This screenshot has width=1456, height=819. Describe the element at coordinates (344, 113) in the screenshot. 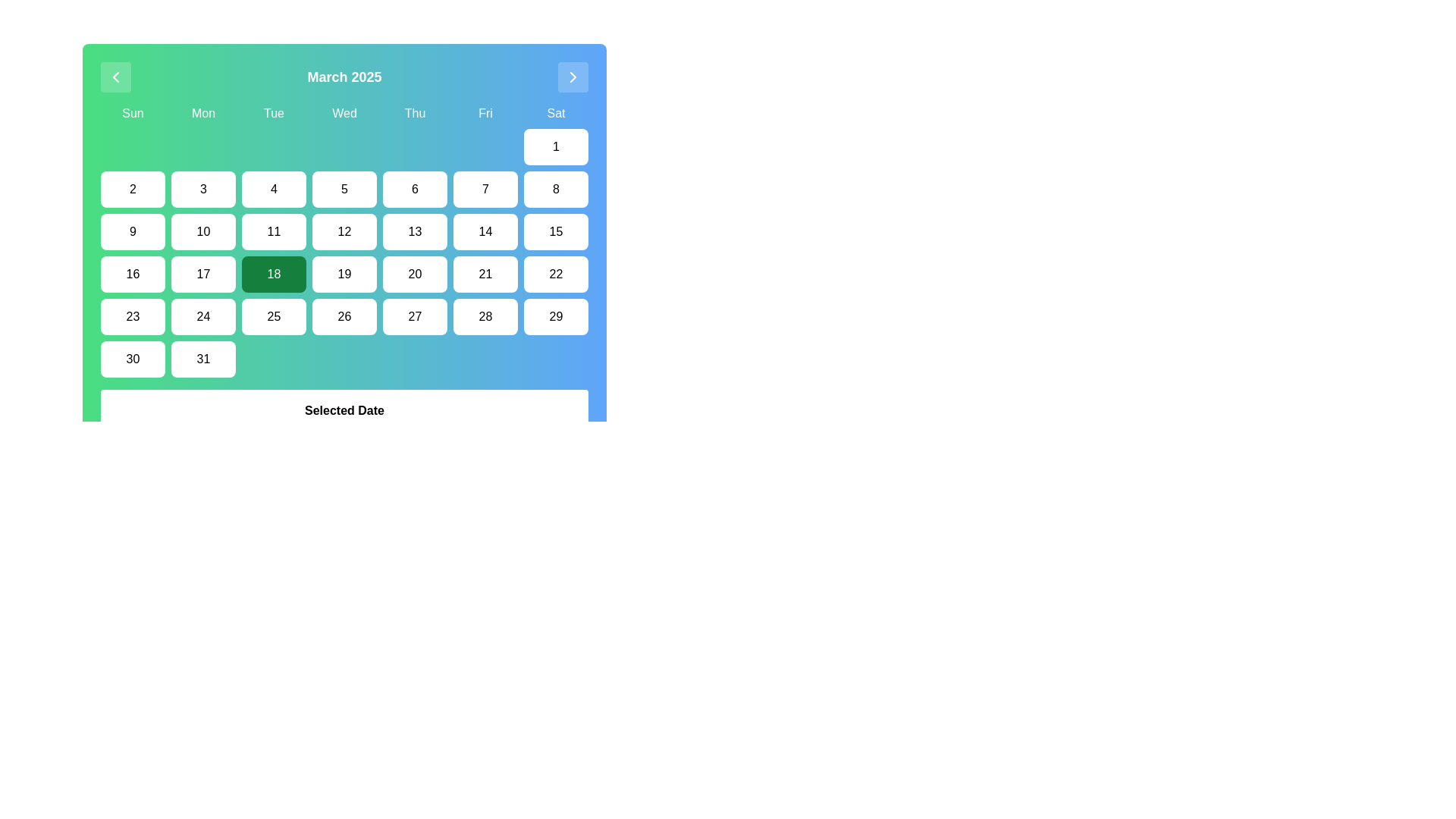

I see `the text label representing Wednesday in the calendar interface, which is the fourth item in the header row of the calendar grid` at that location.